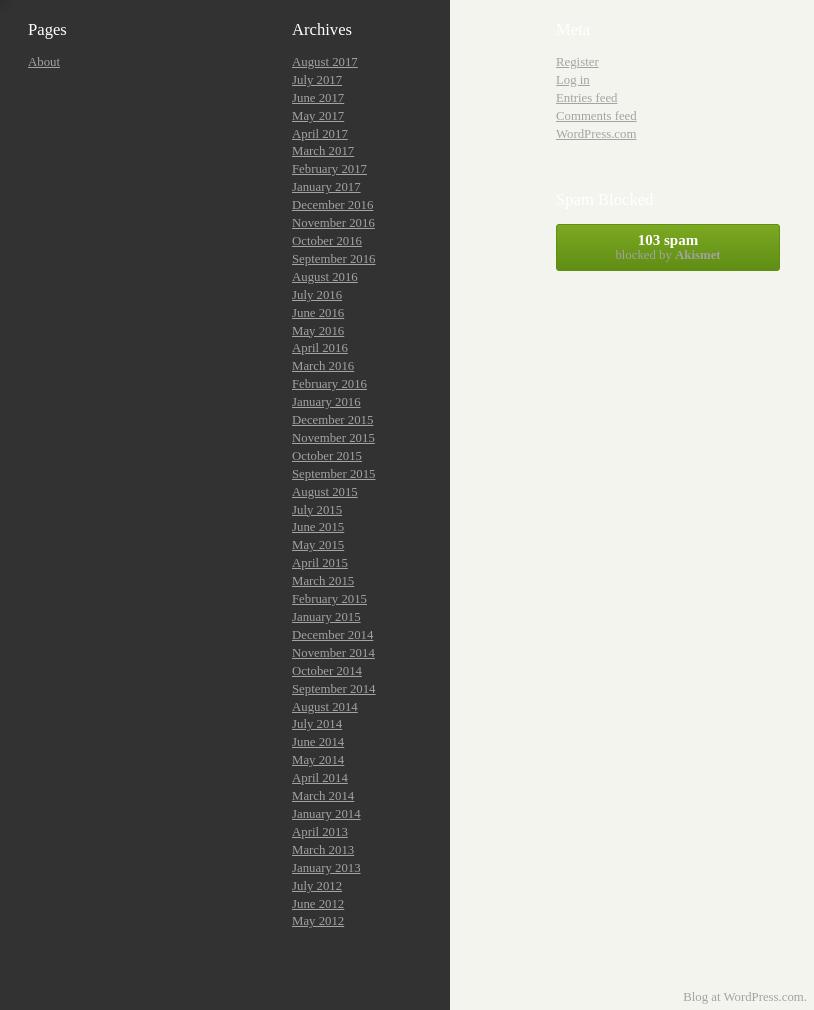 This screenshot has height=1010, width=814. I want to click on 'January 2015', so click(326, 616).